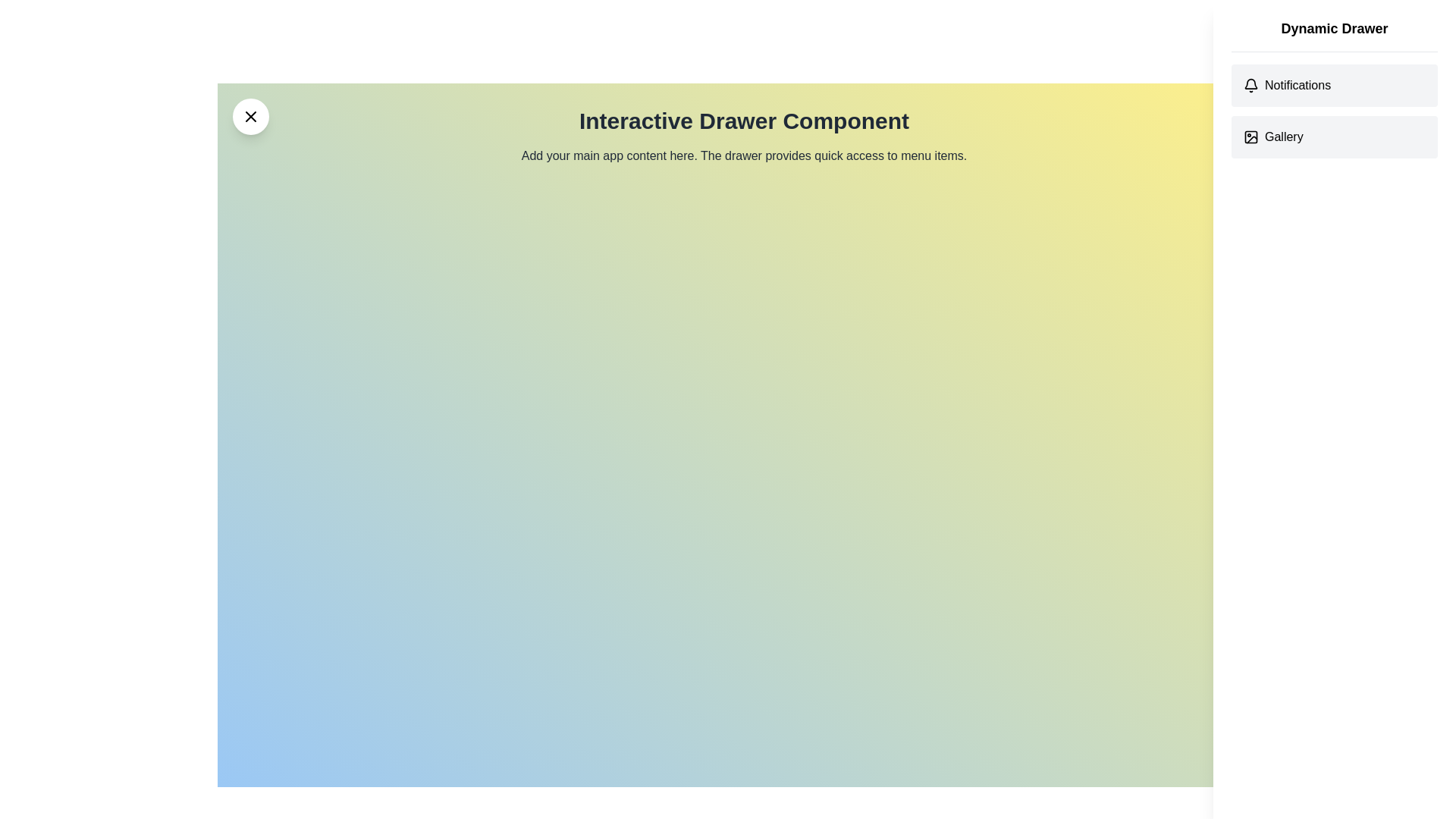  Describe the element at coordinates (1251, 85) in the screenshot. I see `the black outlined bell-shaped notification icon located to the left of the 'Notifications' label in the 'Dynamic Drawer' panel` at that location.